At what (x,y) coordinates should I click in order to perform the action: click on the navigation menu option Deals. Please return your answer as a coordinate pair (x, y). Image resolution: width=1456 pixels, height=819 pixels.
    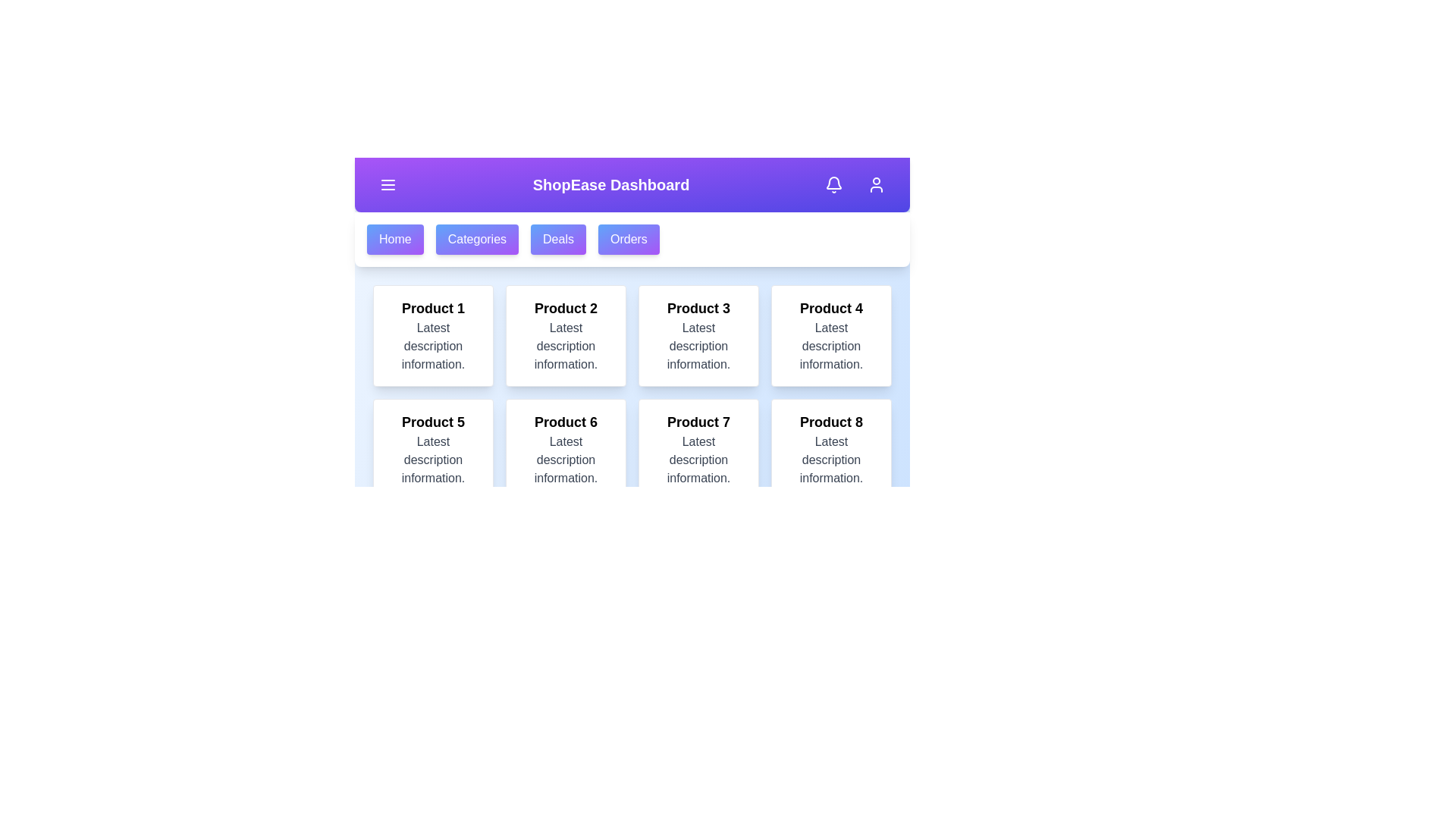
    Looking at the image, I should click on (557, 239).